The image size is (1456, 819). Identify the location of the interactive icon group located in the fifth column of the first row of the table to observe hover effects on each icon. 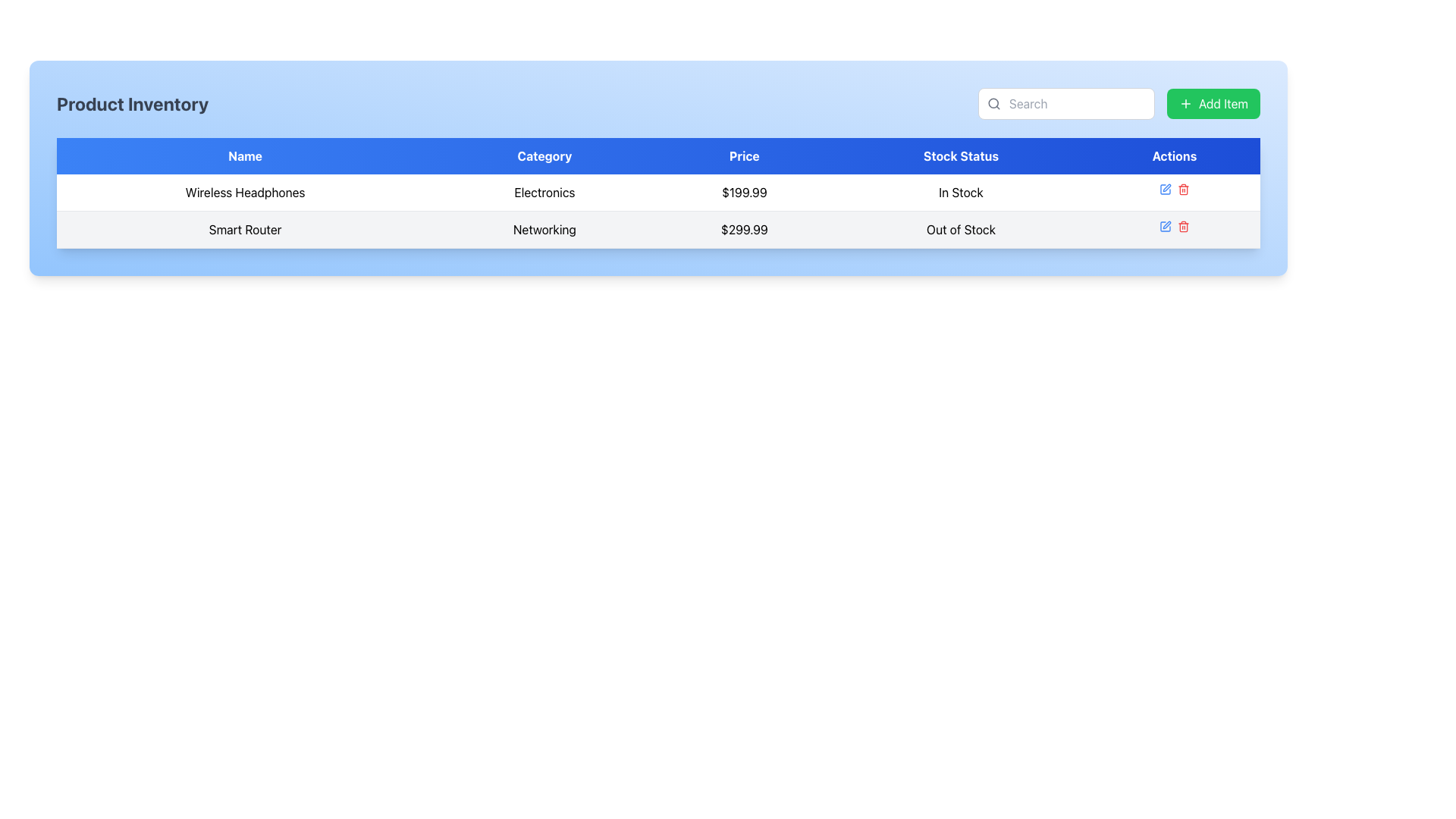
(1173, 189).